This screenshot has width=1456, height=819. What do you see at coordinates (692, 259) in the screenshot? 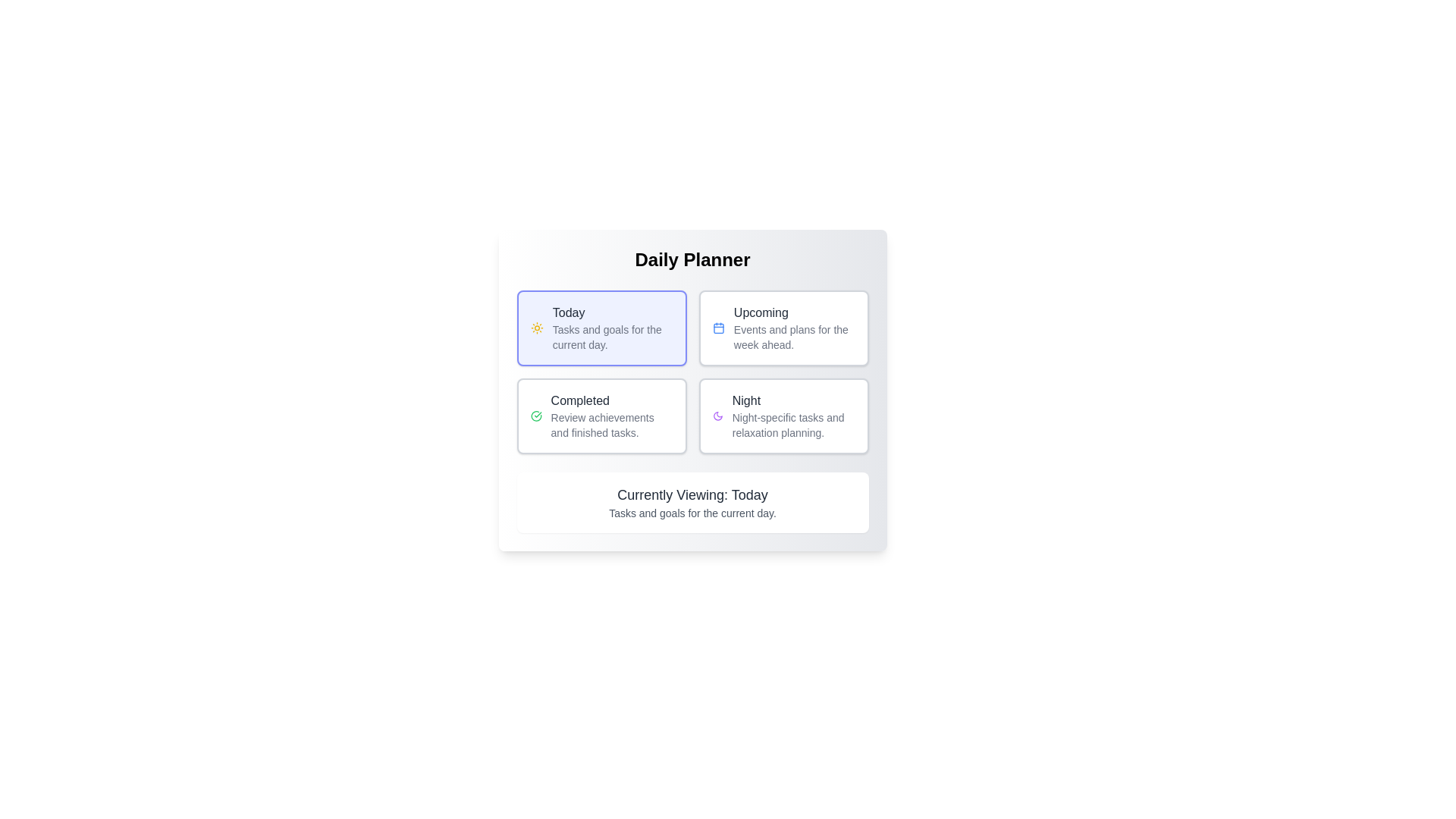
I see `the 'Daily Planner' text element, which is styled in a bold, large font and serves as the header for the section` at bounding box center [692, 259].